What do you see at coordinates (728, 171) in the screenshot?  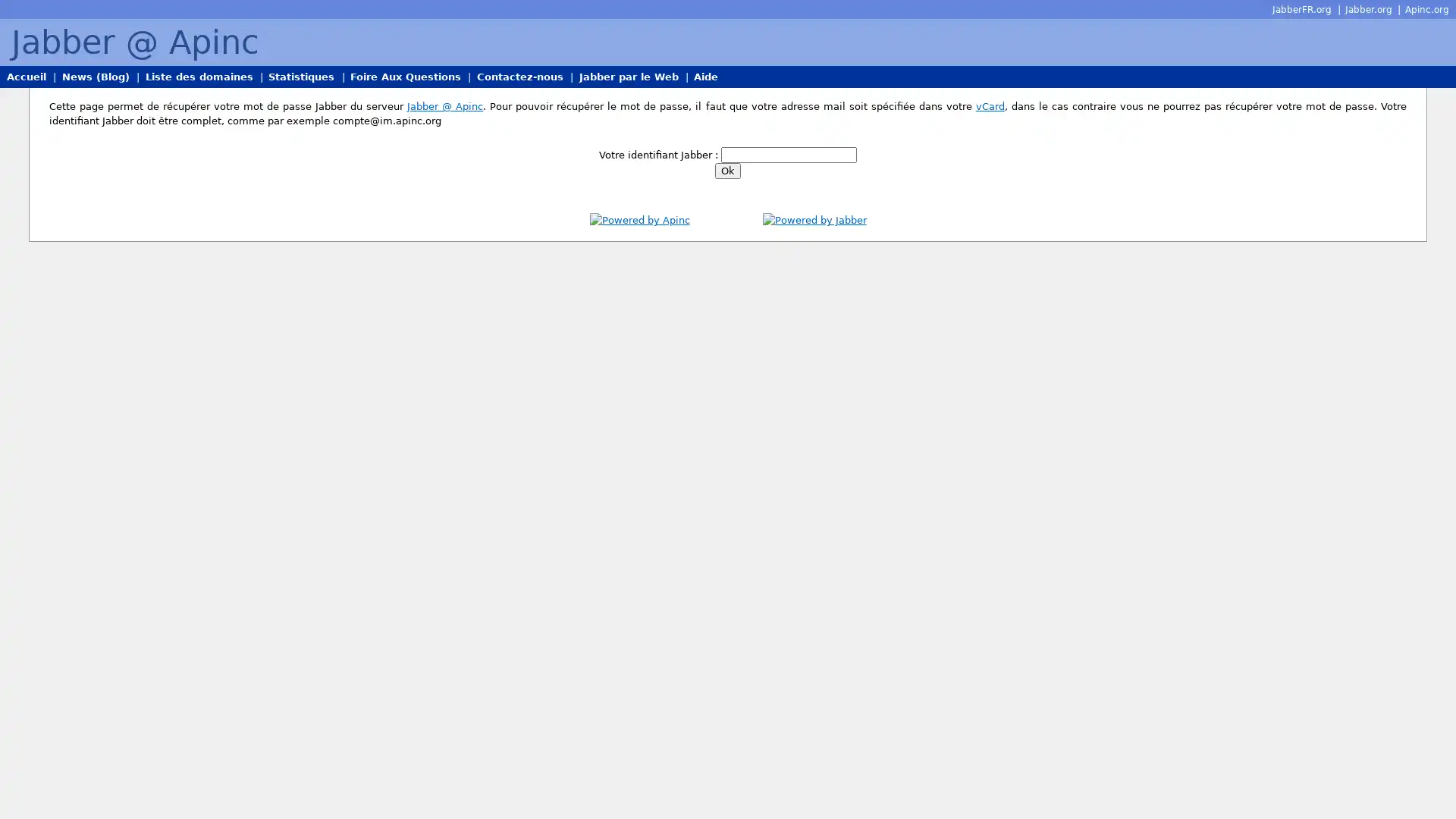 I see `Ok` at bounding box center [728, 171].